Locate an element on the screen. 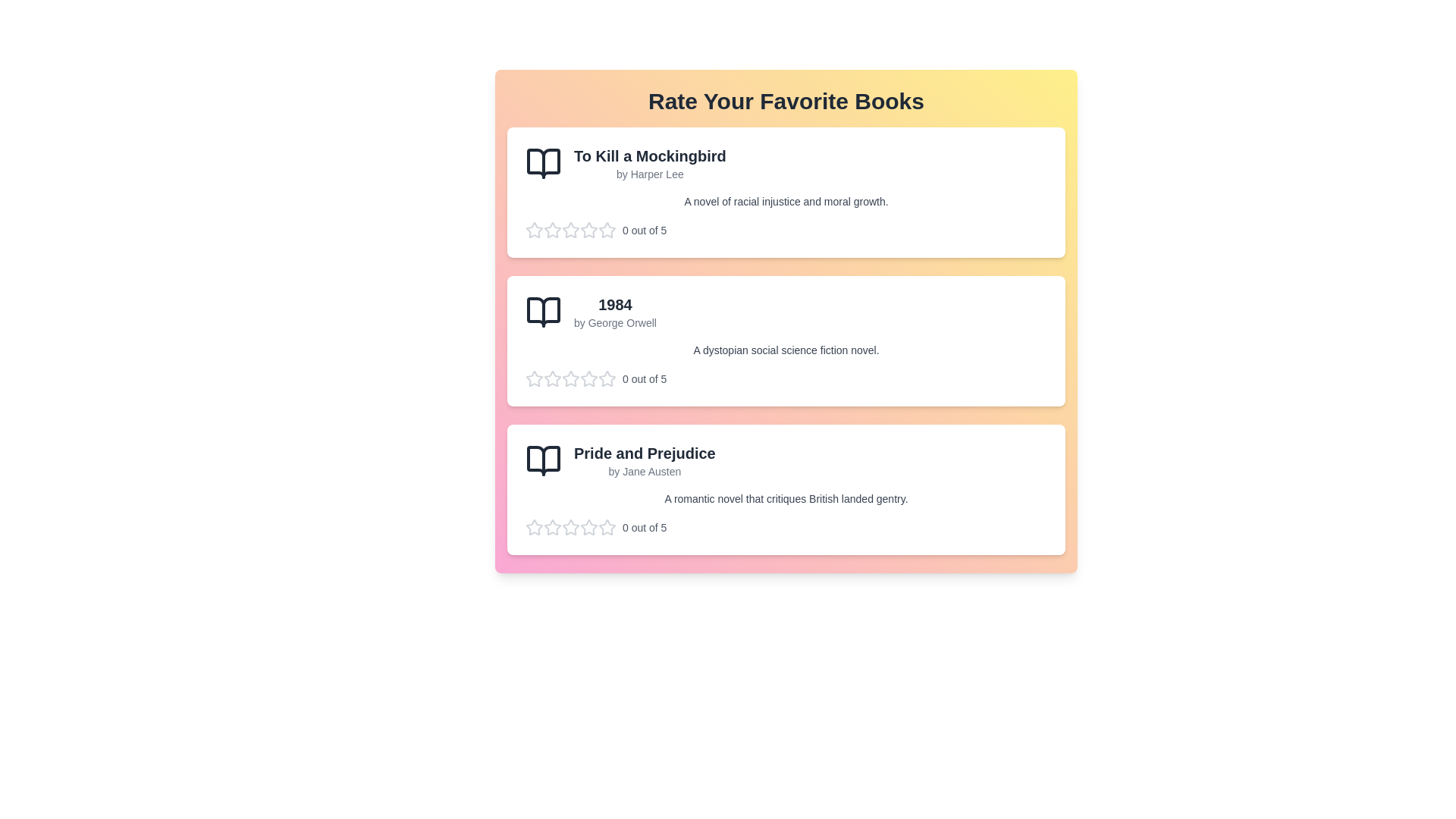 This screenshot has width=1456, height=819. the first star-shaped rating icon on the rating system for the book 'Pride and Prejudice' is located at coordinates (570, 526).